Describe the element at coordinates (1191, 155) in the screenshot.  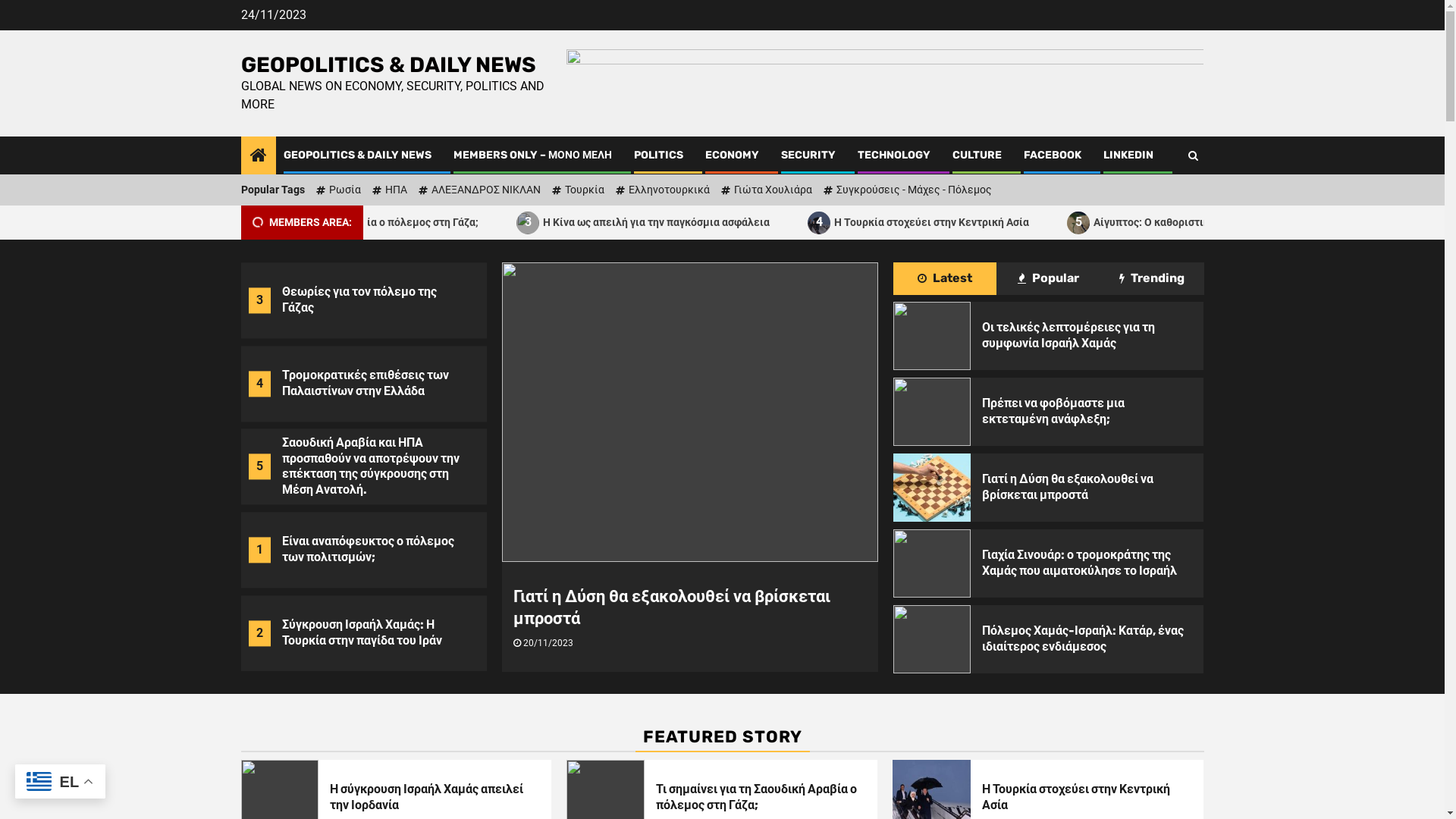
I see `'Search'` at that location.